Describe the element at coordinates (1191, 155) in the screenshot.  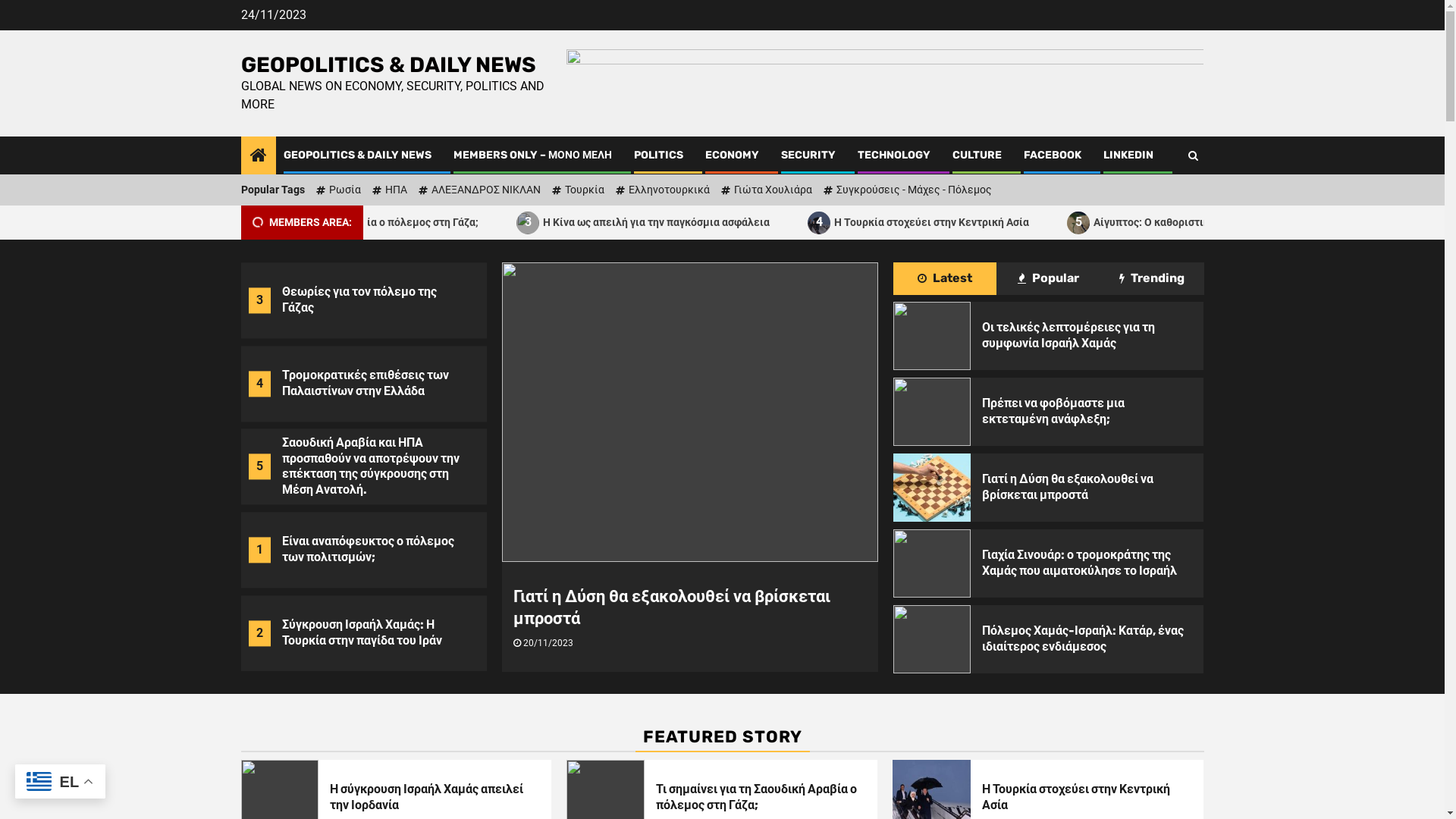
I see `'Search'` at that location.